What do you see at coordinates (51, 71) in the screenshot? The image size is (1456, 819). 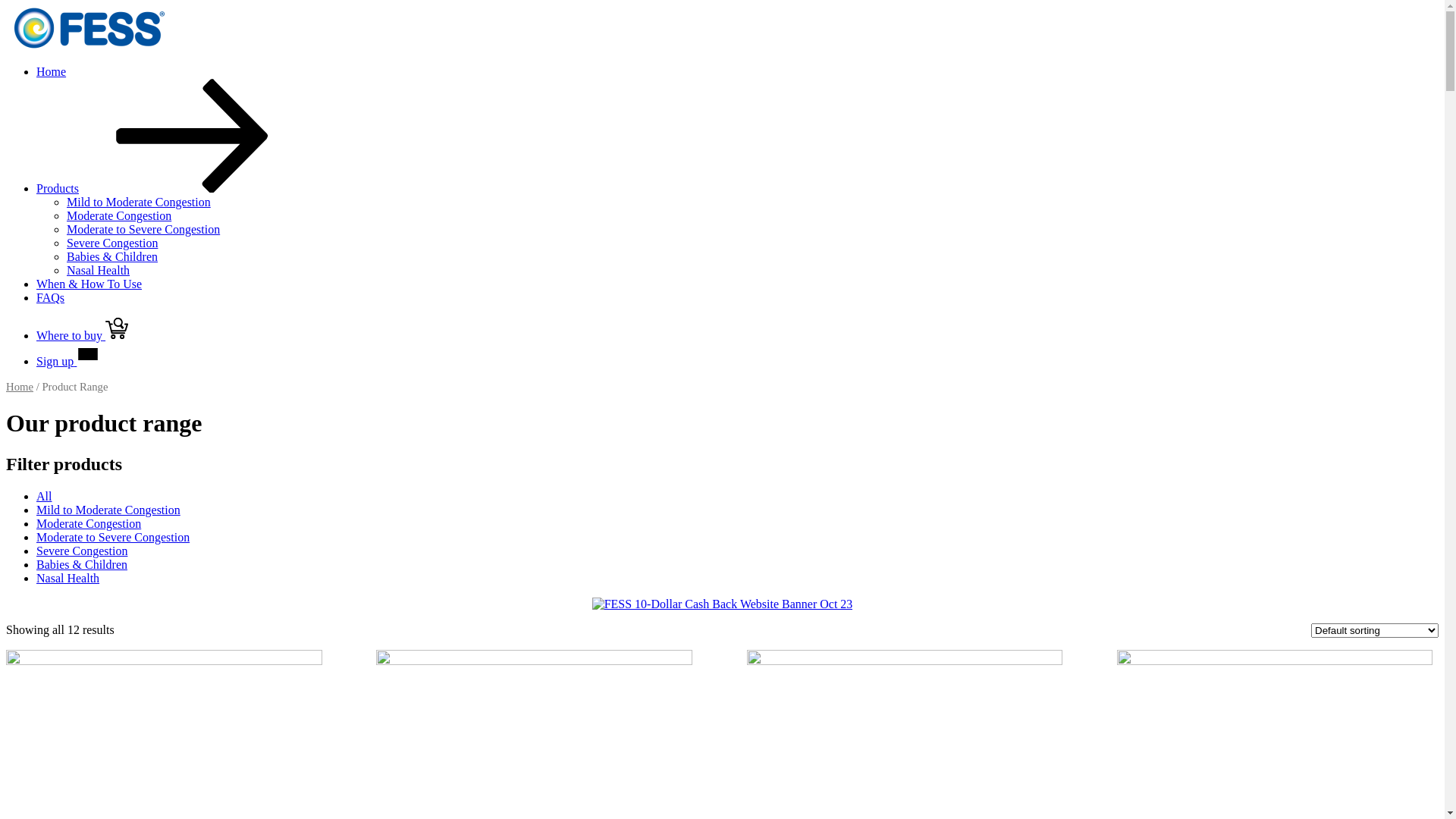 I see `'Home'` at bounding box center [51, 71].